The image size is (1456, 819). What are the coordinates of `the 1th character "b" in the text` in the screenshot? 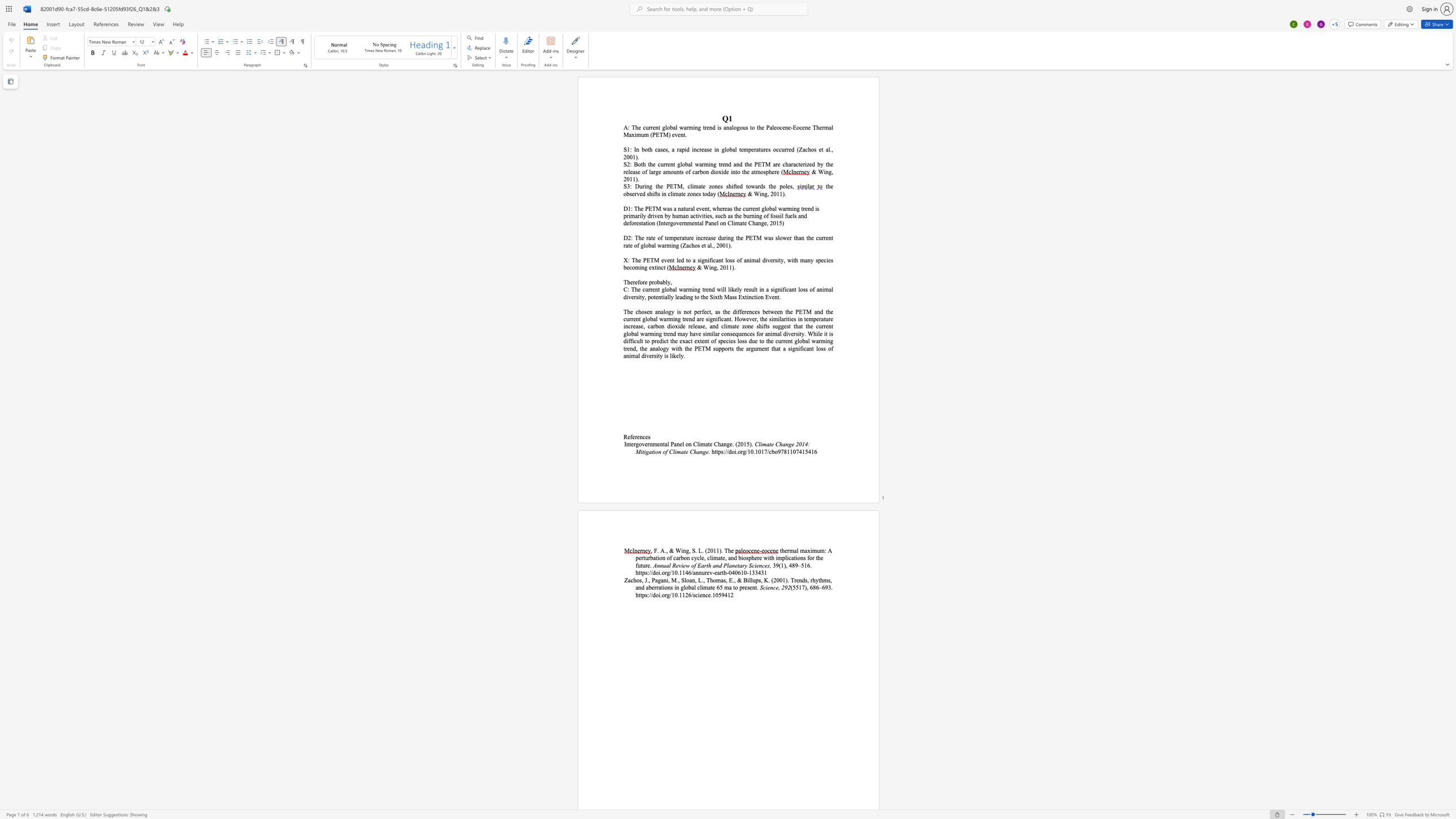 It's located at (772, 451).